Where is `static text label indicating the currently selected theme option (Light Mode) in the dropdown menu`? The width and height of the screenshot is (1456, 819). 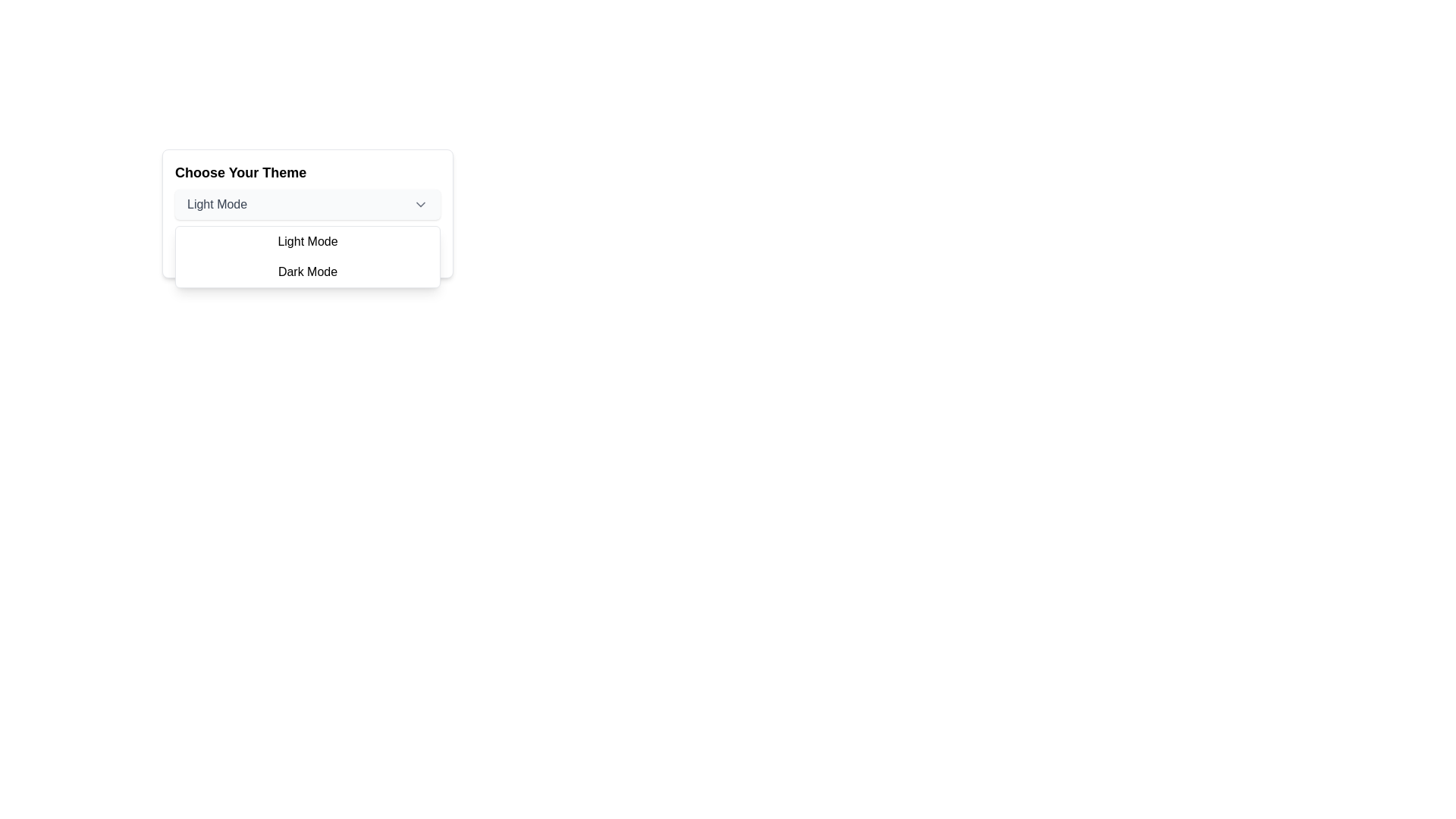
static text label indicating the currently selected theme option (Light Mode) in the dropdown menu is located at coordinates (216, 205).